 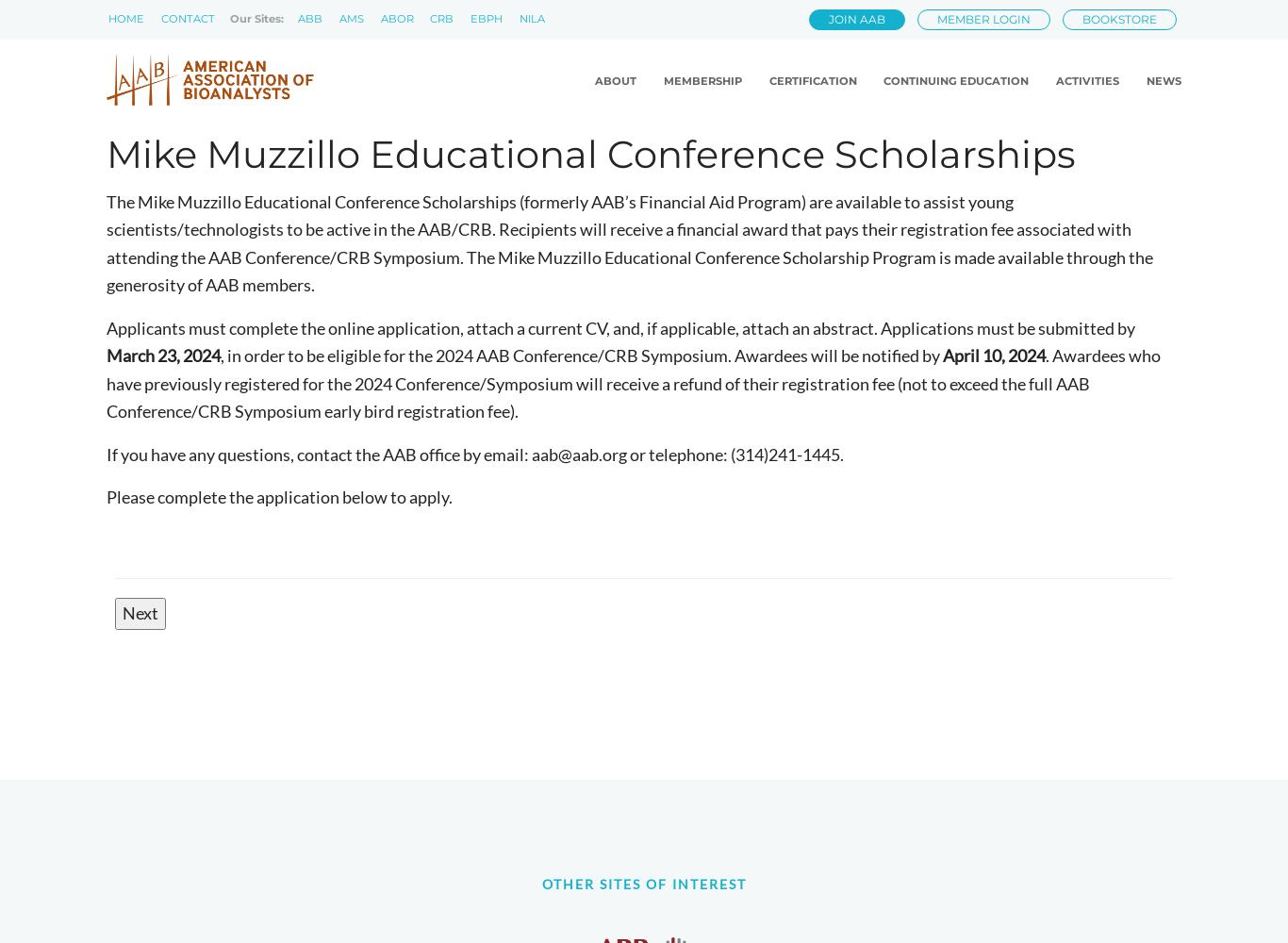 What do you see at coordinates (644, 107) in the screenshot?
I see `'Member'` at bounding box center [644, 107].